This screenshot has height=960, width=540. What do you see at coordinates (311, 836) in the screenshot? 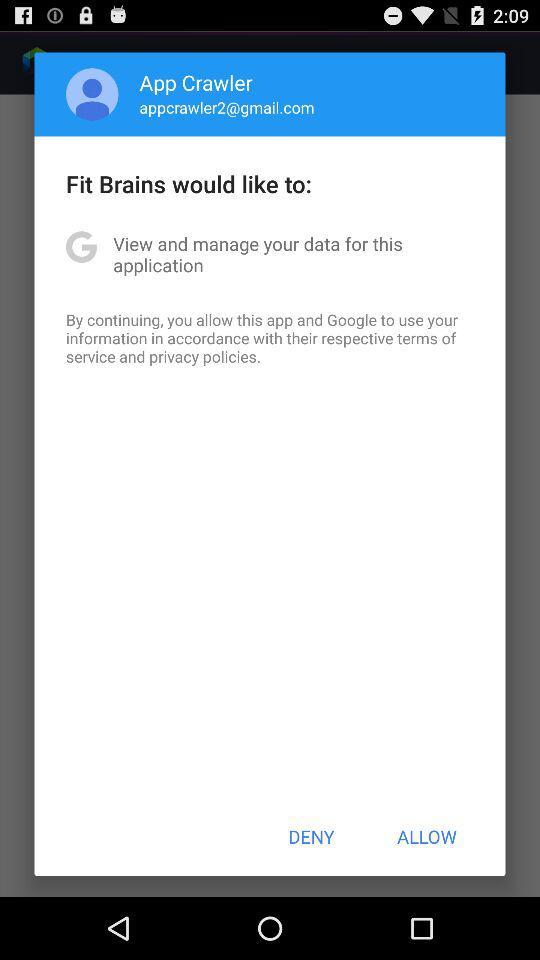
I see `item at the bottom` at bounding box center [311, 836].